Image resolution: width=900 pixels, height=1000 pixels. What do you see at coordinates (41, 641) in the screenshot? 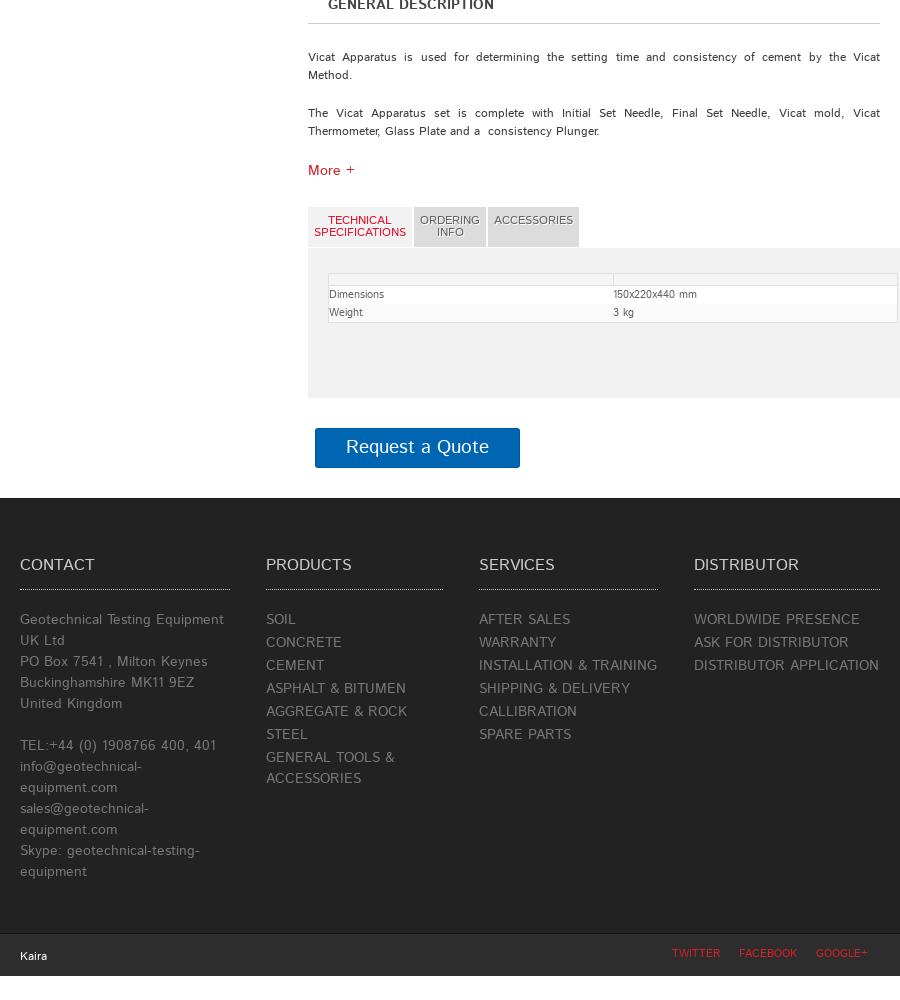
I see `'UK Ltd'` at bounding box center [41, 641].